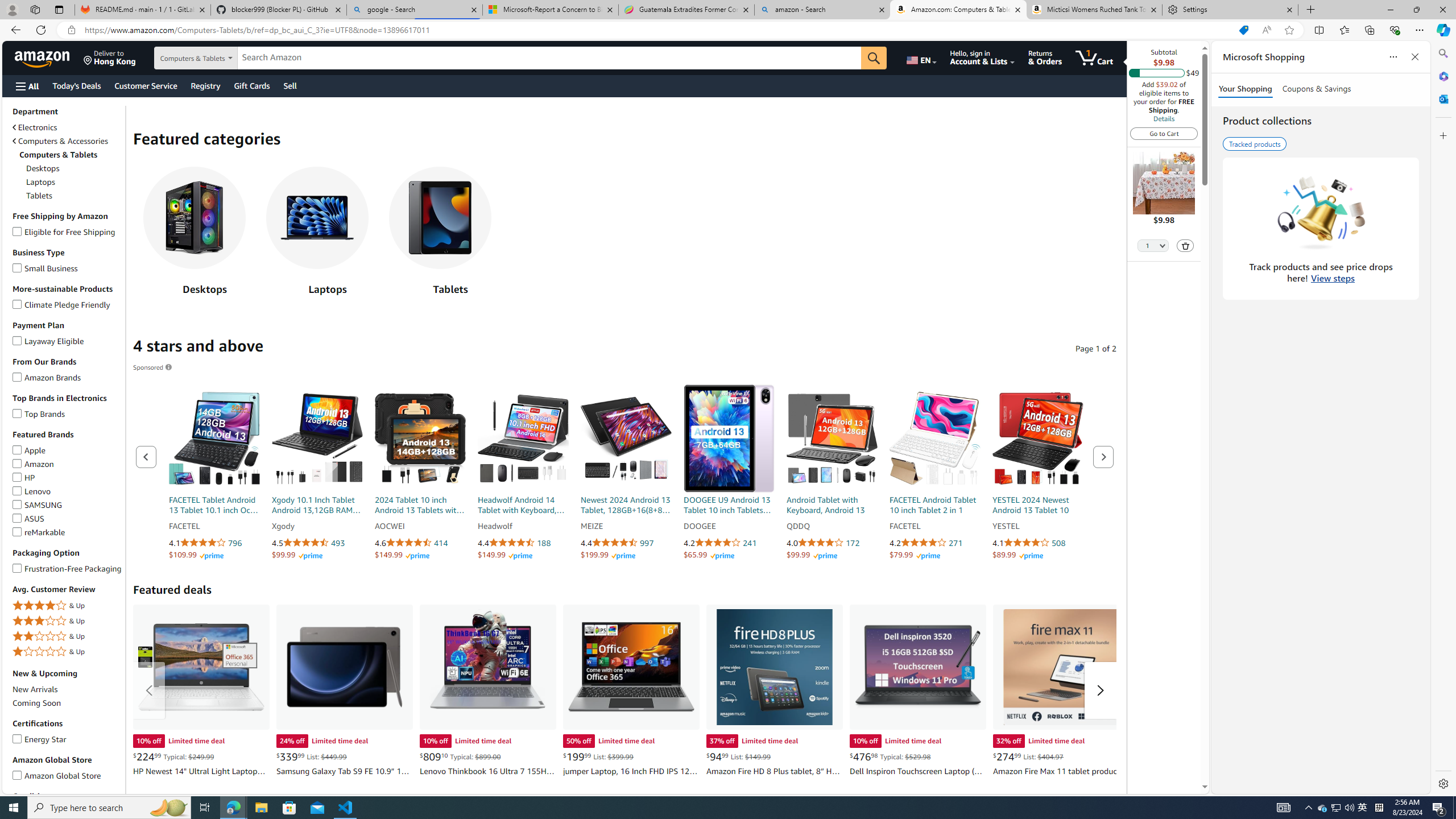  What do you see at coordinates (1103, 457) in the screenshot?
I see `'Next page of related Sponsored Products'` at bounding box center [1103, 457].